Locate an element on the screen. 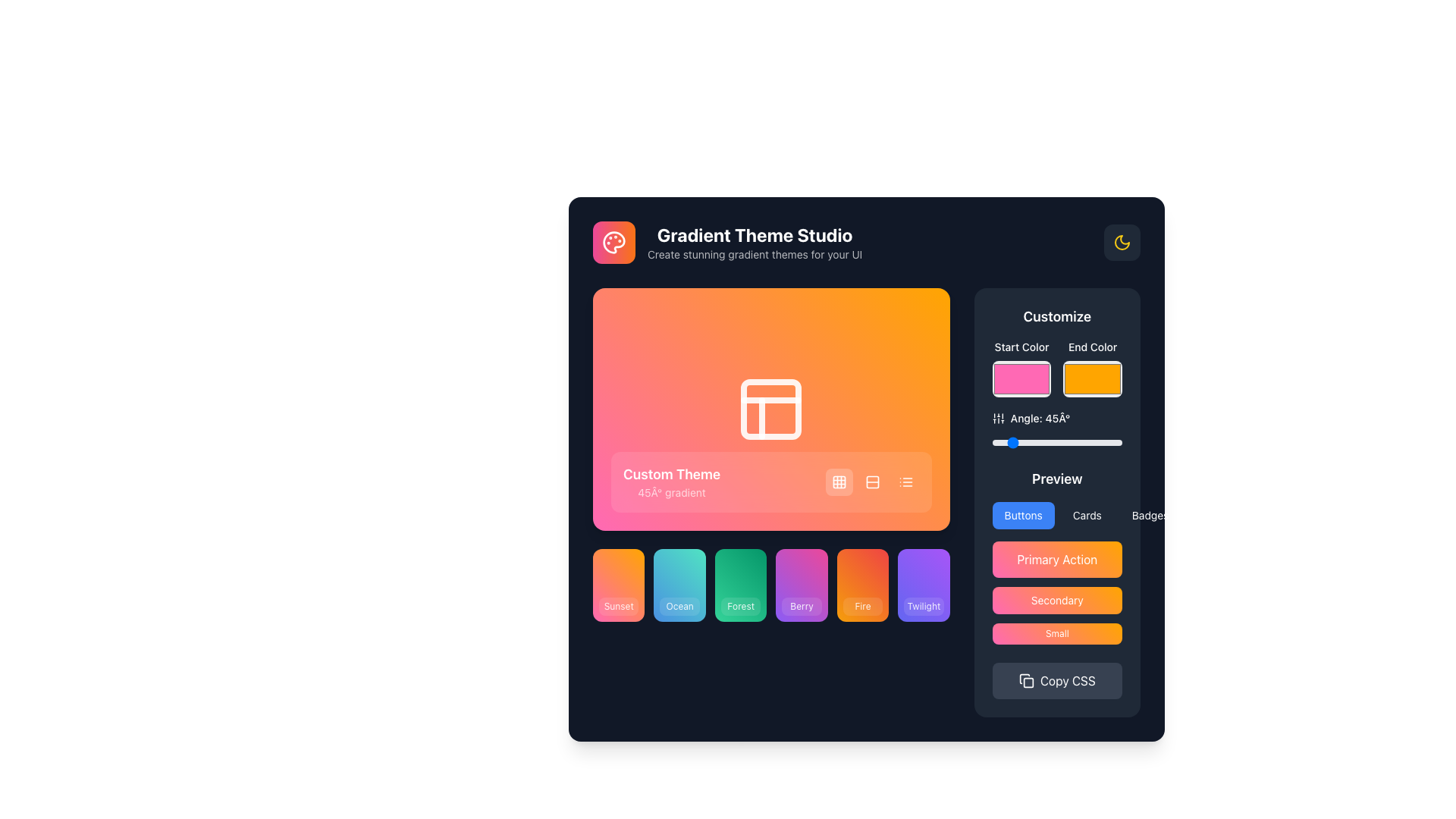  the static label element displaying the text 'Berry' located at the bottom center of a gradient-colored card is located at coordinates (801, 605).